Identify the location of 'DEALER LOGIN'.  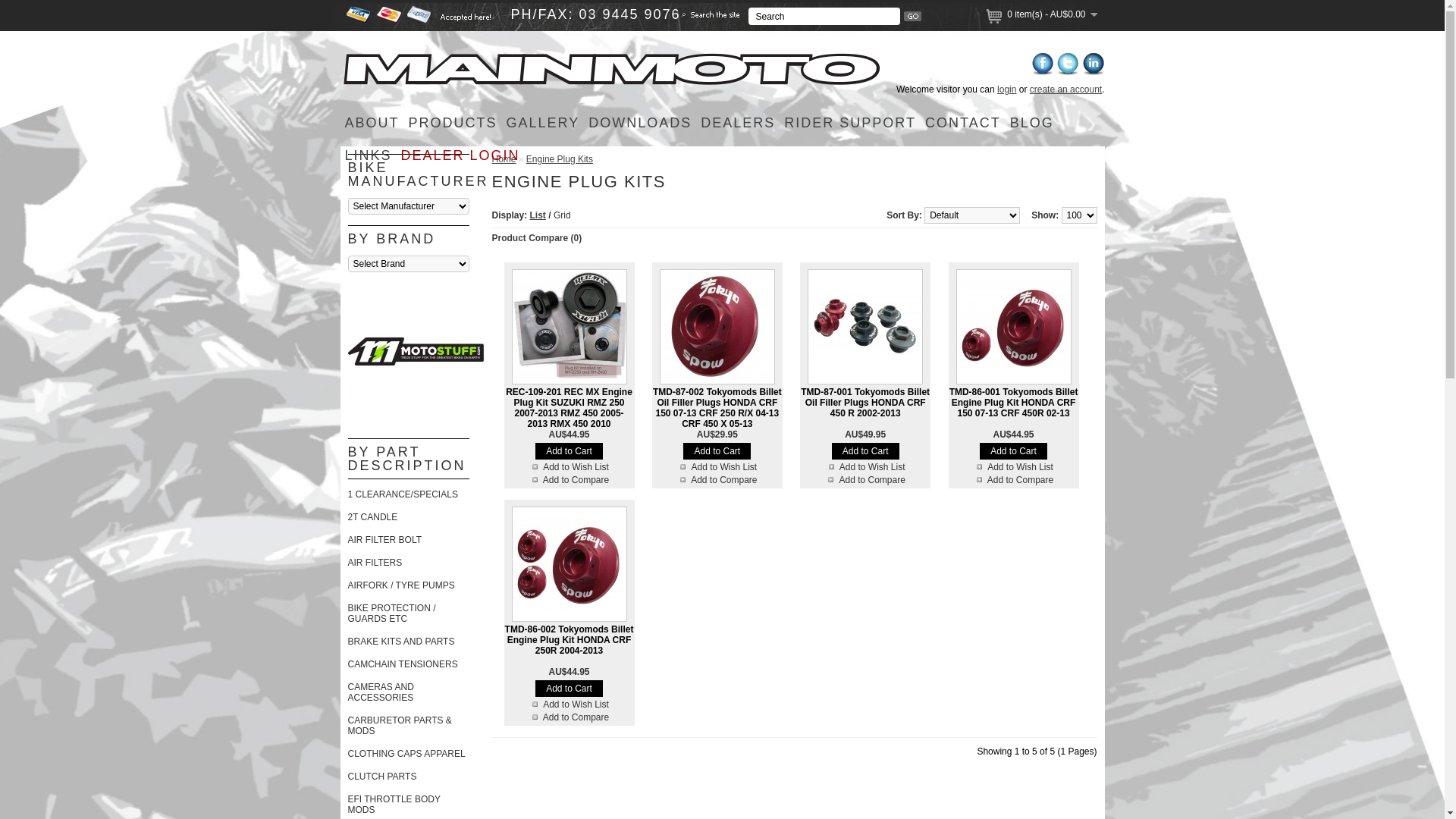
(460, 155).